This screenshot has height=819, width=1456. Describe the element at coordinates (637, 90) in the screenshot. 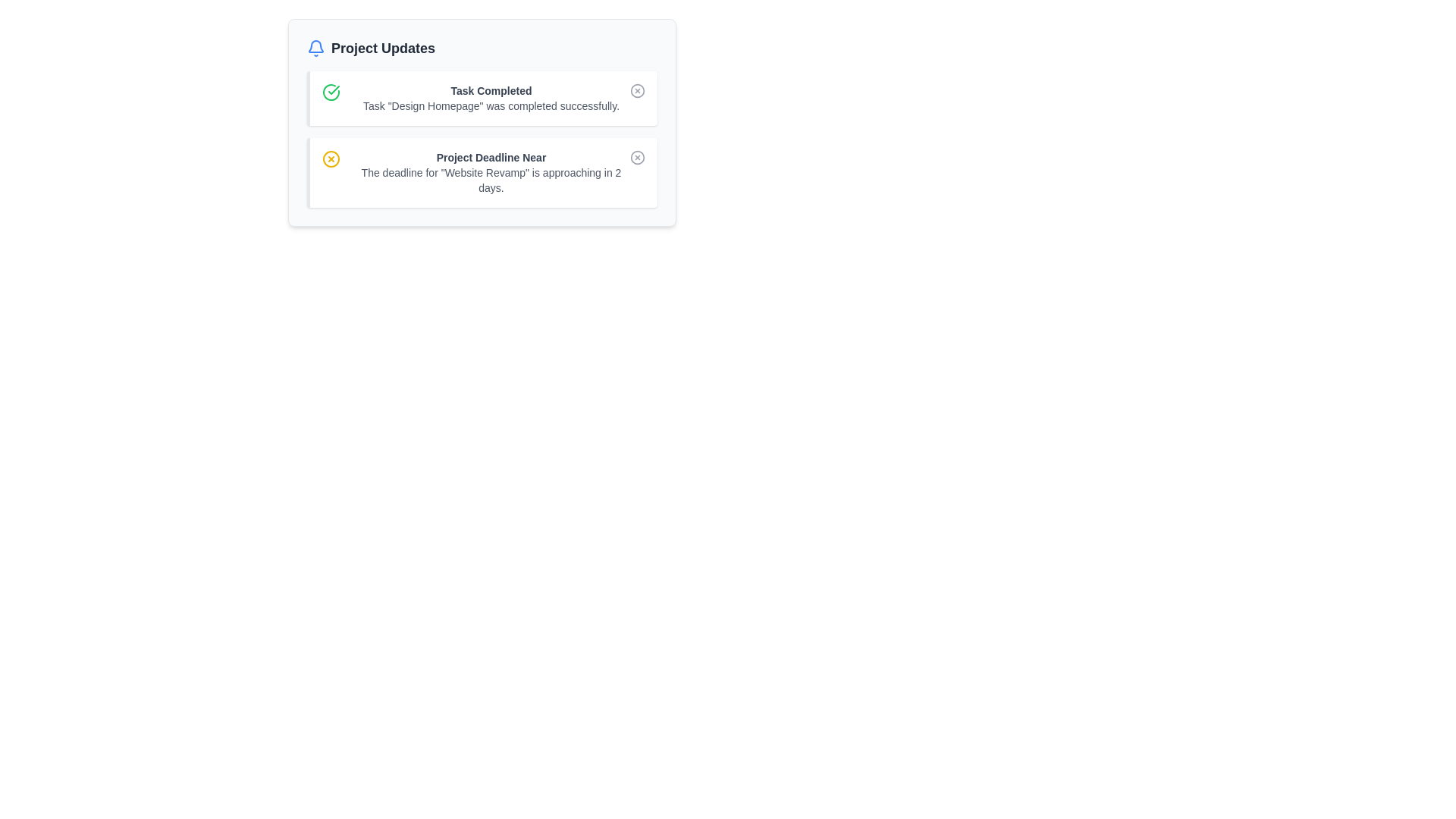

I see `the dismiss button in the top-right corner of the 'Task Completed' notification card to change its color` at that location.